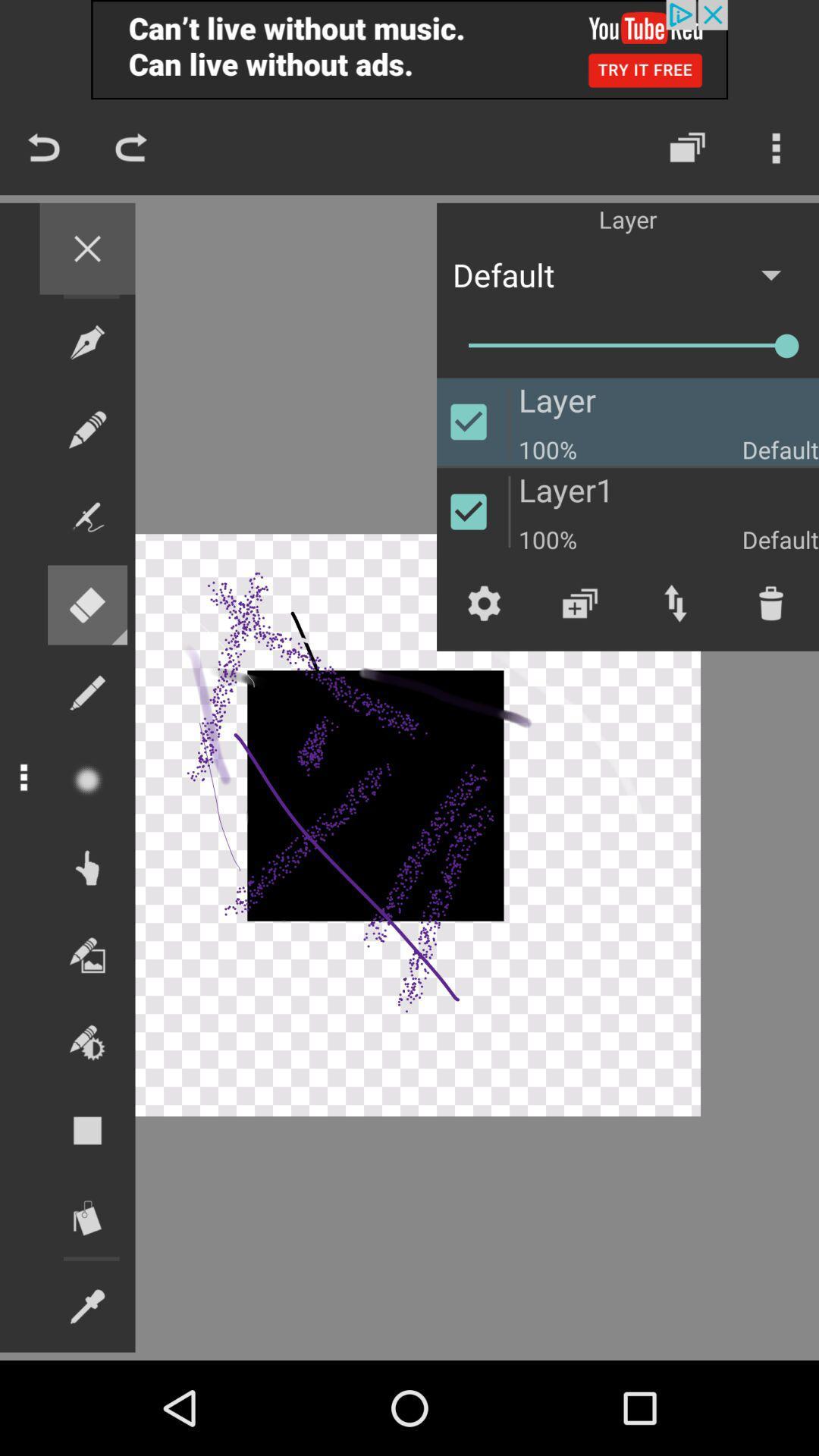 This screenshot has width=819, height=1456. Describe the element at coordinates (87, 249) in the screenshot. I see `the close icon` at that location.